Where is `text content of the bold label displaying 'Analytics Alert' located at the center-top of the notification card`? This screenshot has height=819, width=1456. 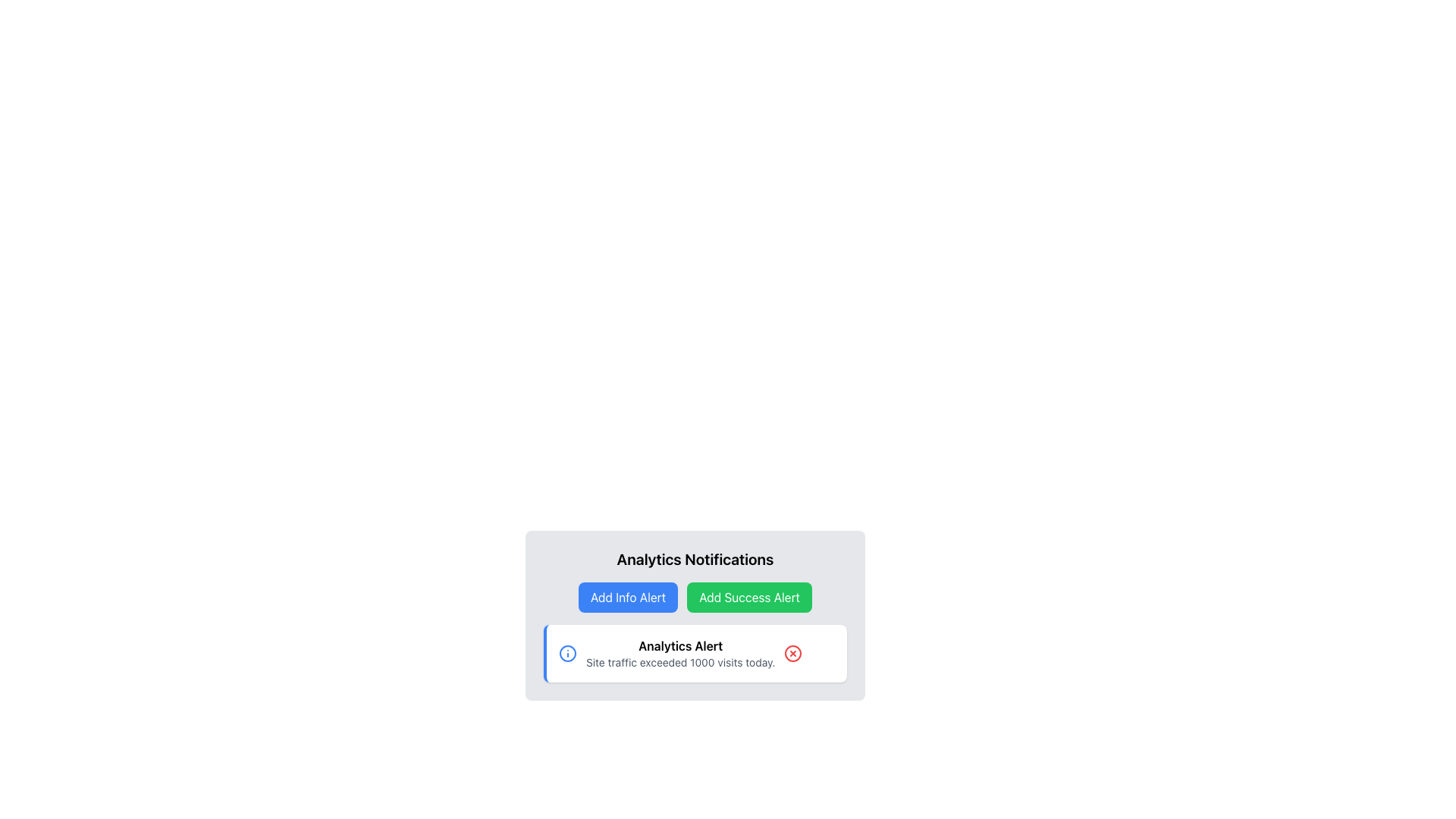
text content of the bold label displaying 'Analytics Alert' located at the center-top of the notification card is located at coordinates (679, 646).